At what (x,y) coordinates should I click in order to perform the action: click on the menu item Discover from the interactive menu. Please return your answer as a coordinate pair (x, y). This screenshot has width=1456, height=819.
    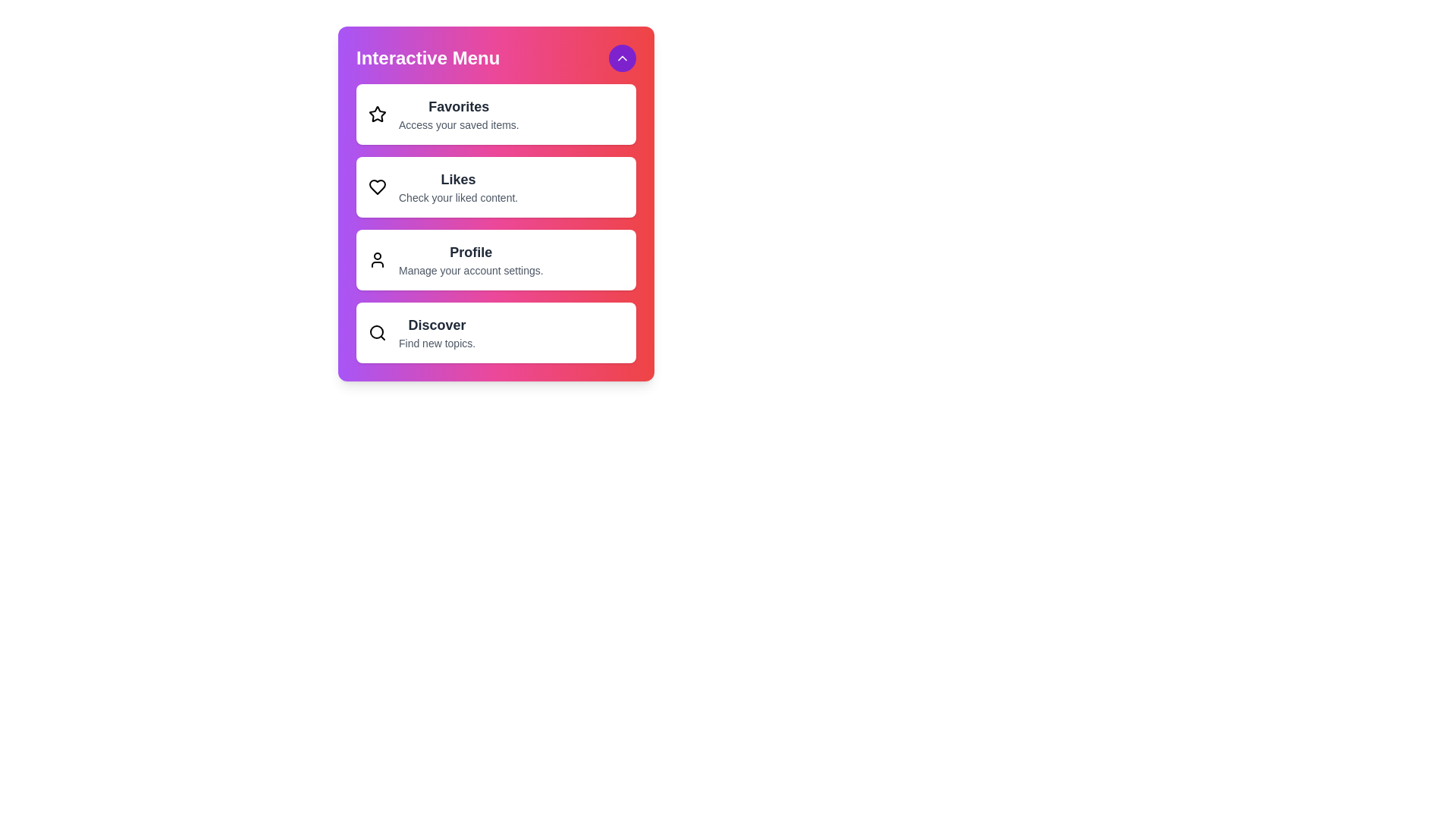
    Looking at the image, I should click on (496, 332).